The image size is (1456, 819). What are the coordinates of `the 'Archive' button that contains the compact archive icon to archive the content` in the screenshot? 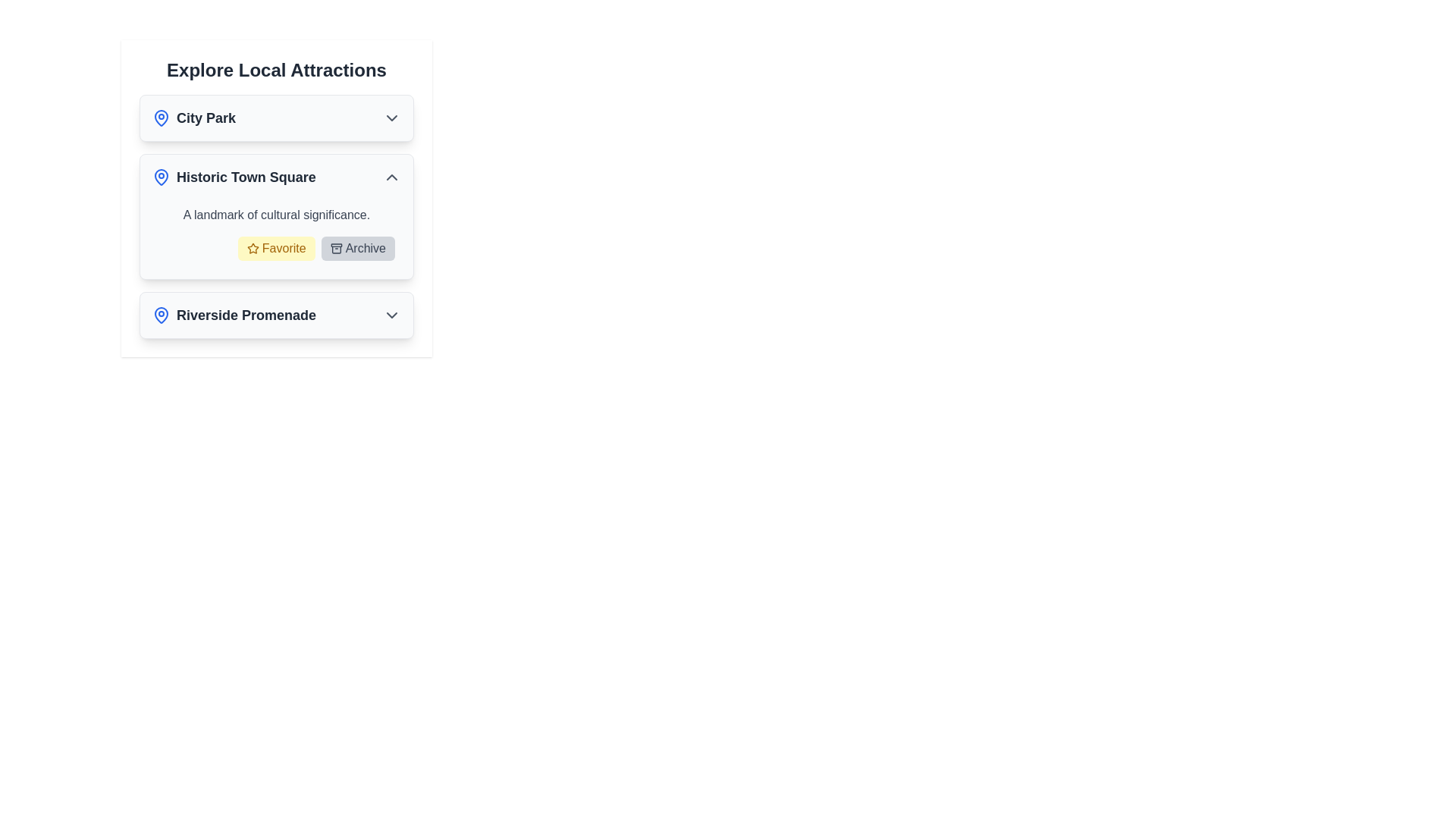 It's located at (335, 247).